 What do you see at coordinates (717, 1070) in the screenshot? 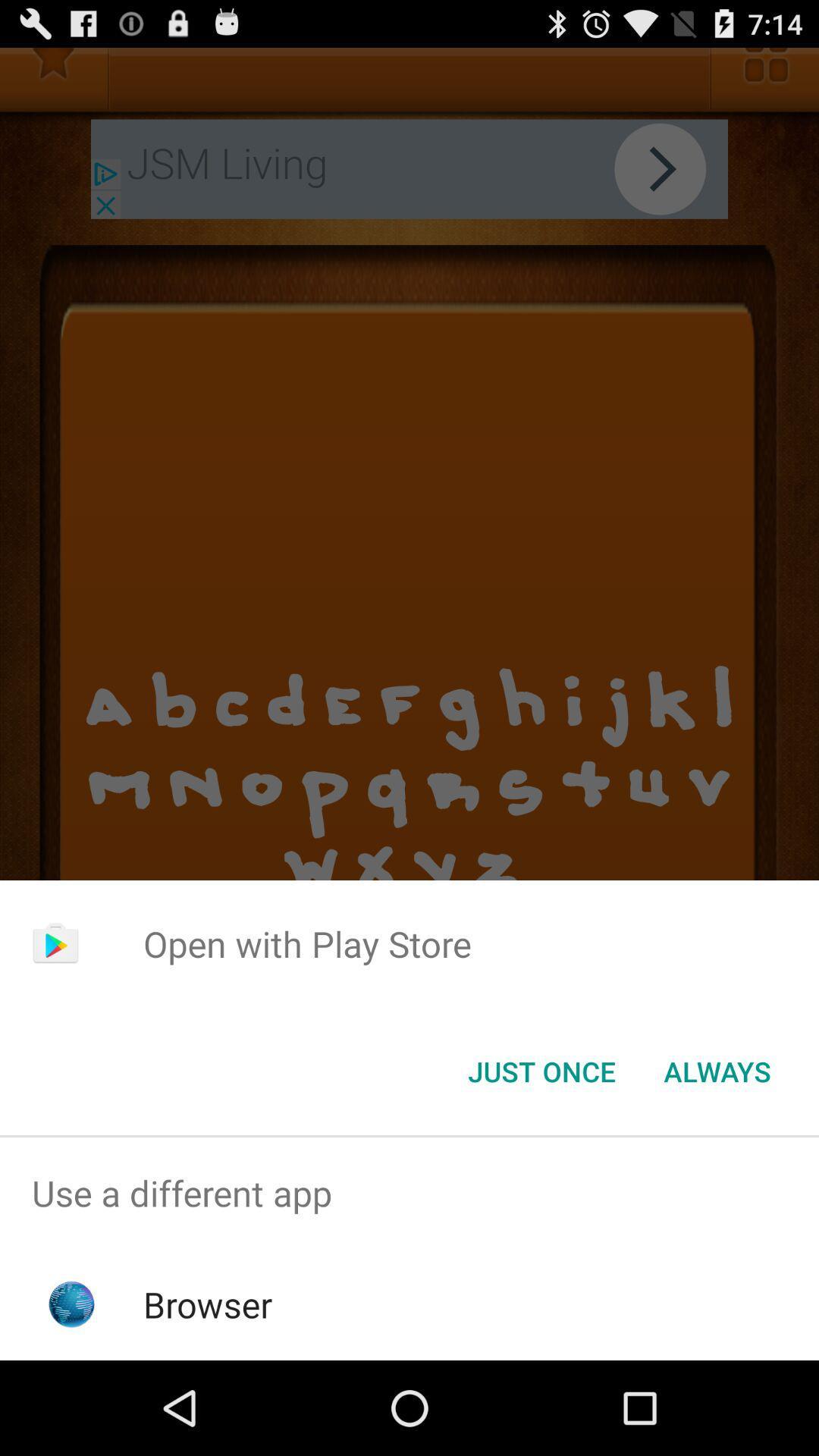
I see `always` at bounding box center [717, 1070].